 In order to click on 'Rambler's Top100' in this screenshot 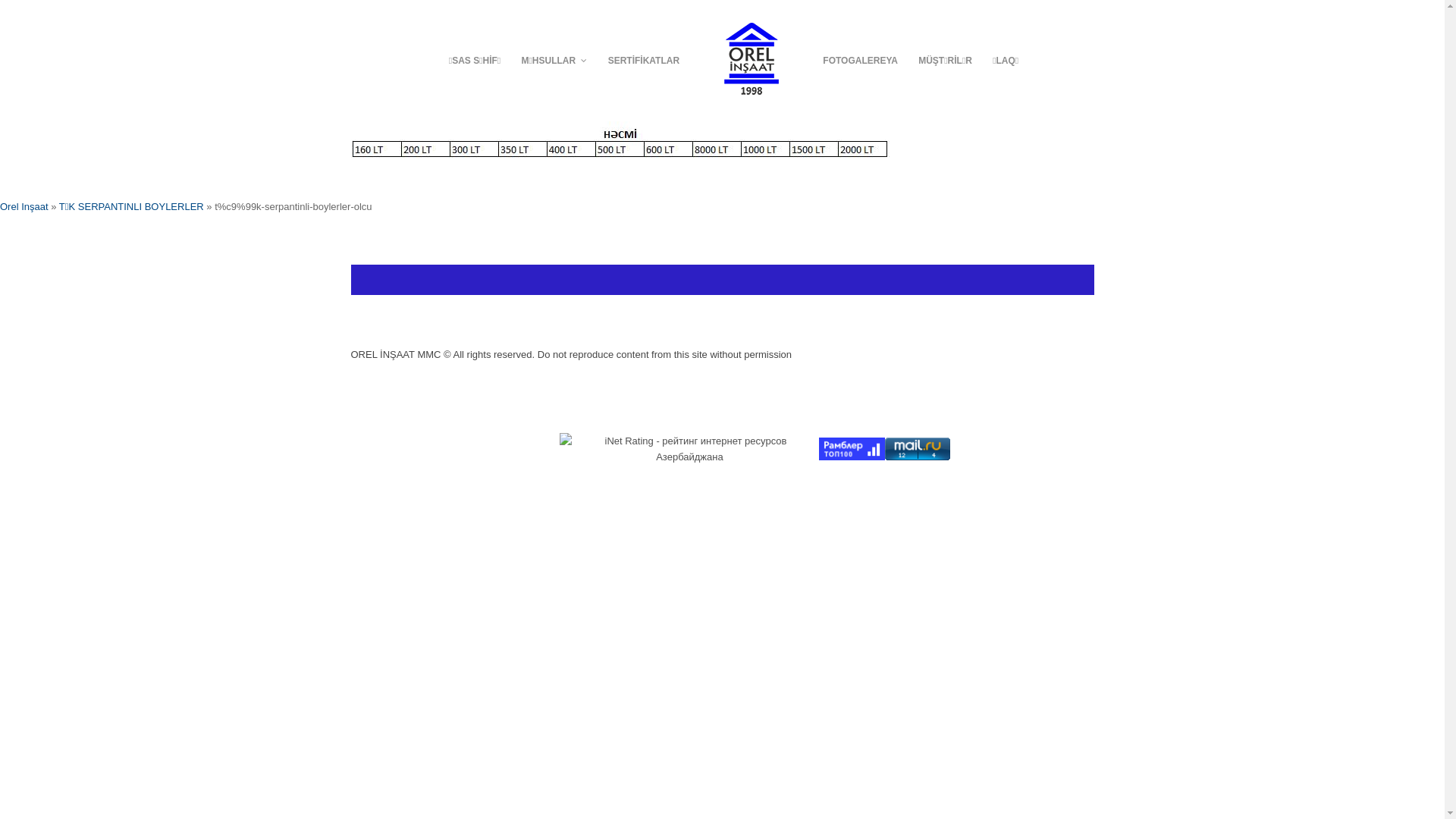, I will do `click(852, 447)`.